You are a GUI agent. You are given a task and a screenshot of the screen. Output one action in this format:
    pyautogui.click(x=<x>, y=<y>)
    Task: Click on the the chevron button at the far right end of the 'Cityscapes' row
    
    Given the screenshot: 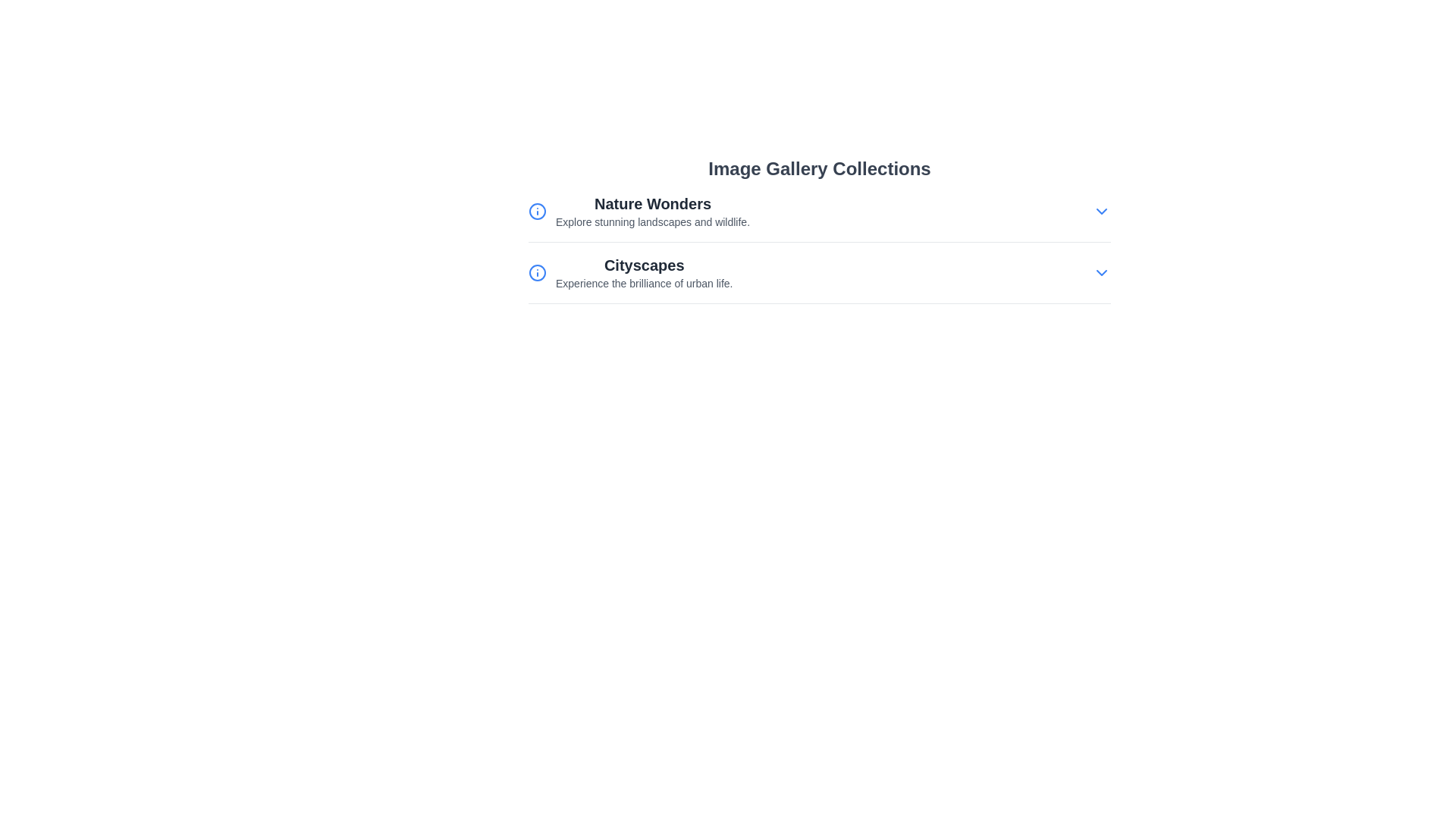 What is the action you would take?
    pyautogui.click(x=1102, y=271)
    